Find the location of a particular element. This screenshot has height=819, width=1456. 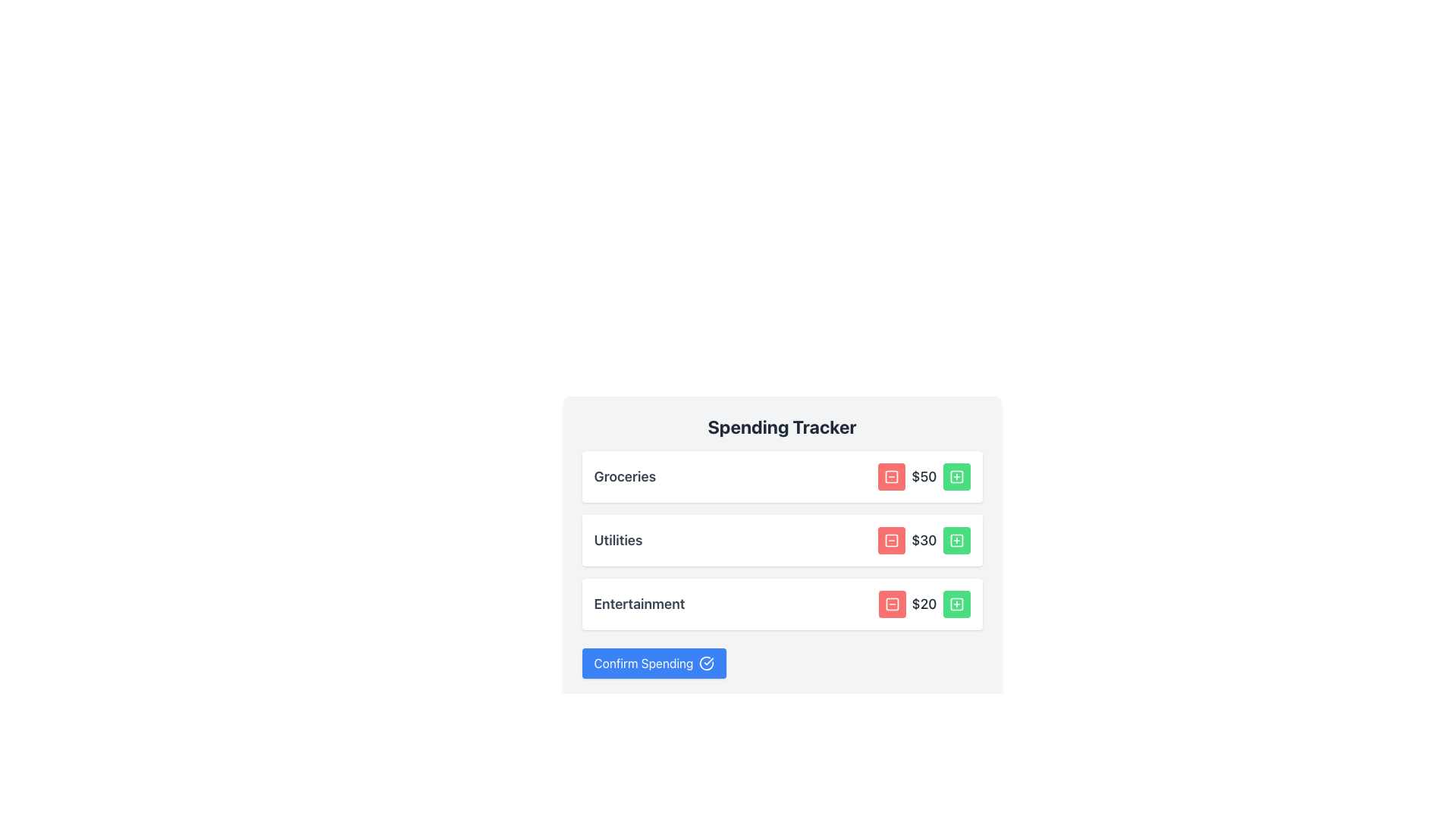

the second red square button with a white minus symbol located in the 'Utilities' row is located at coordinates (892, 540).